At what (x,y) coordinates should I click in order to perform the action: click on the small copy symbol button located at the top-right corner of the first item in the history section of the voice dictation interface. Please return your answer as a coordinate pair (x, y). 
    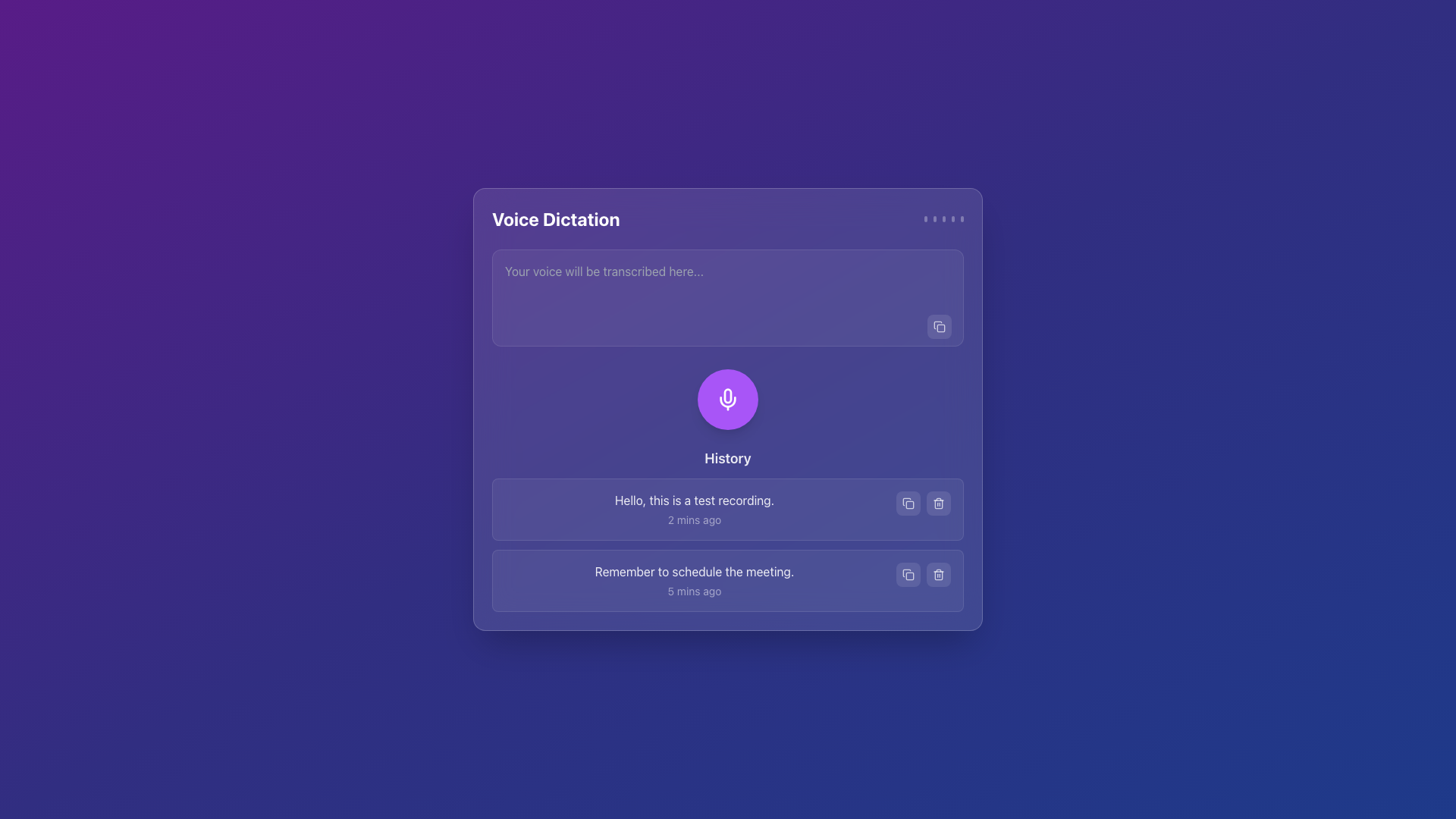
    Looking at the image, I should click on (908, 503).